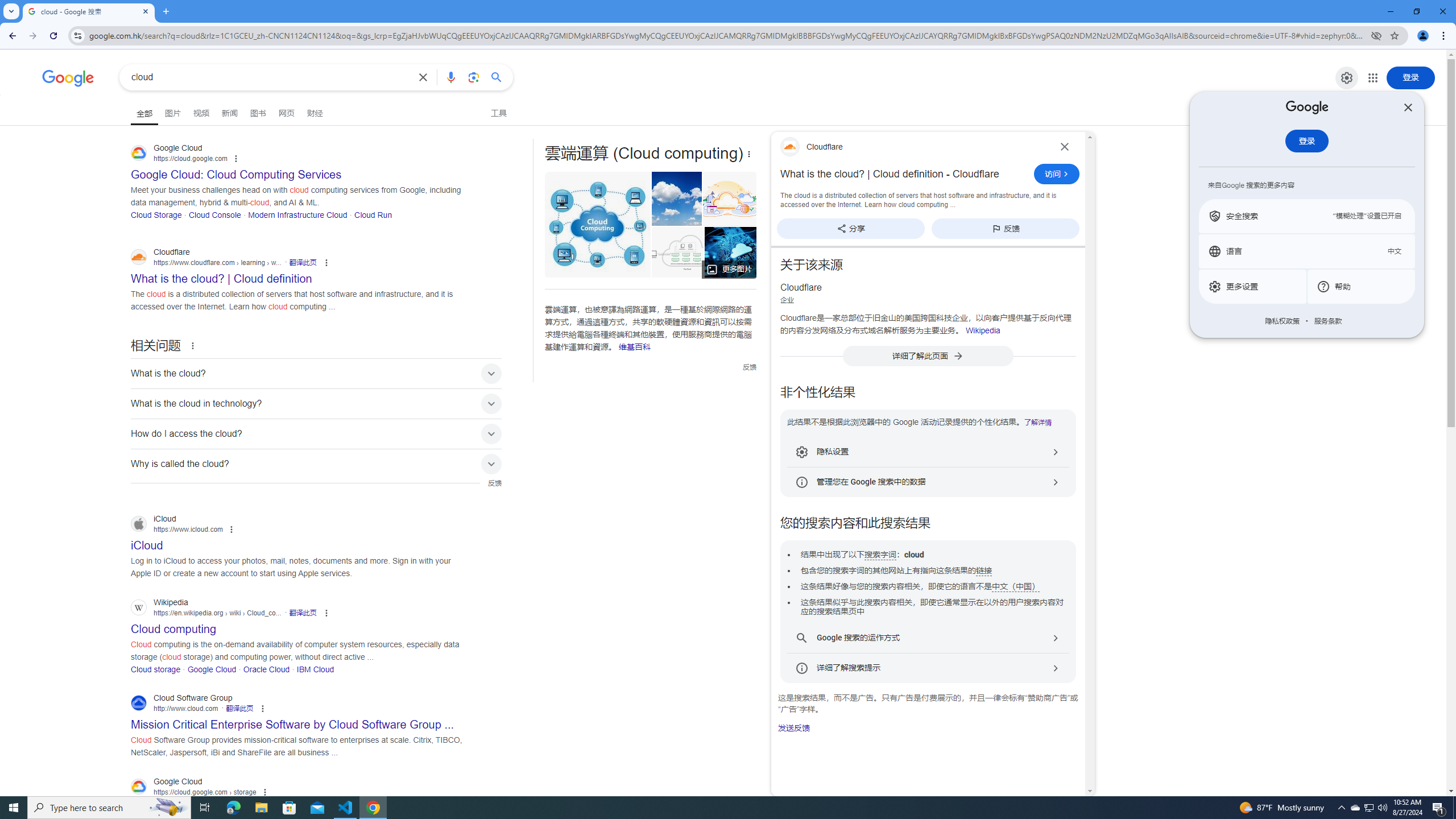 The image size is (1456, 819). Describe the element at coordinates (742, 252) in the screenshot. I see `'What is cloud computing? Everything you need to know now ...'` at that location.